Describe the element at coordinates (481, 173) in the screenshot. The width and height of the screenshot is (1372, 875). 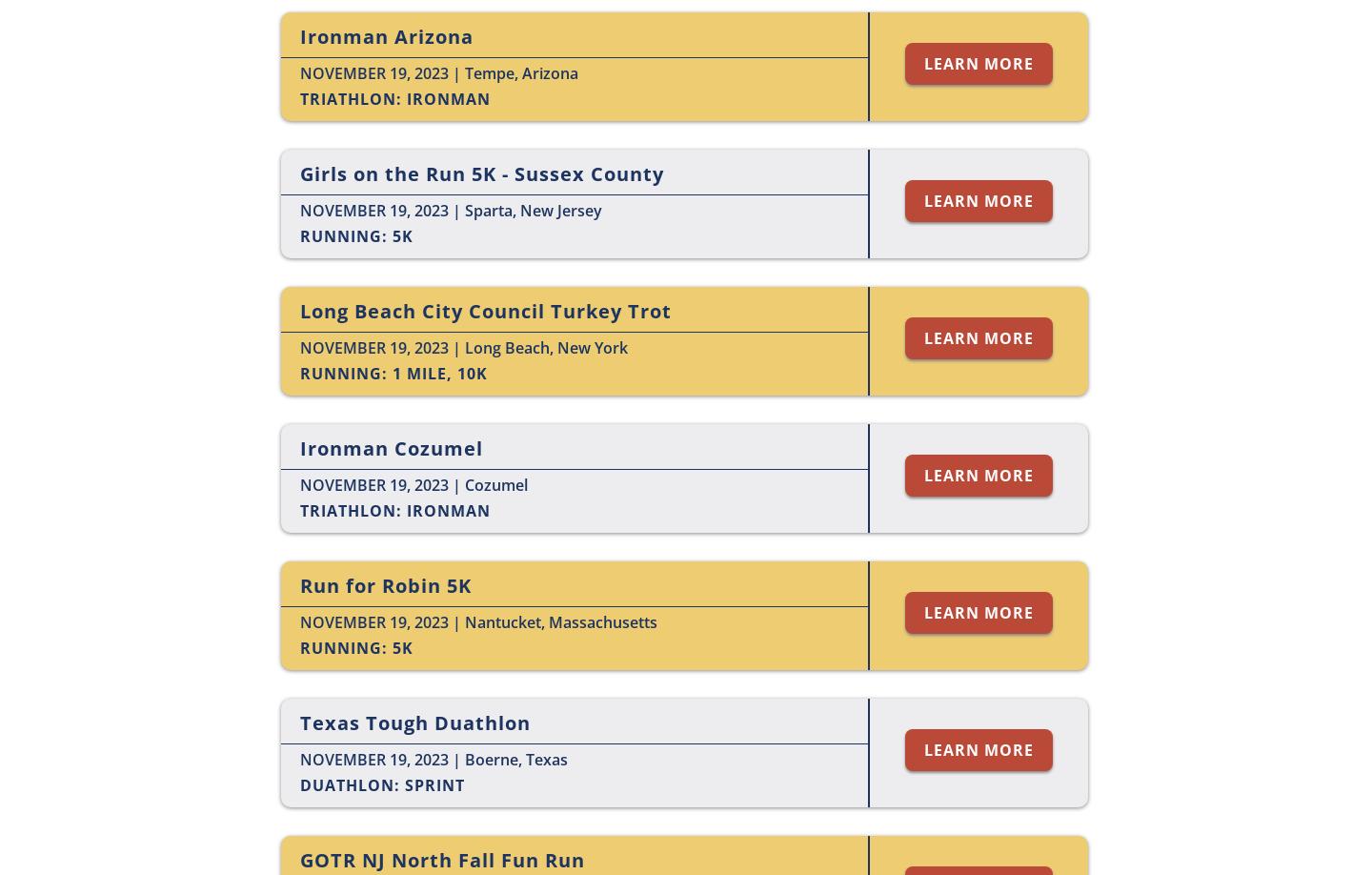
I see `'Girls on the Run 5K - Sussex County'` at that location.